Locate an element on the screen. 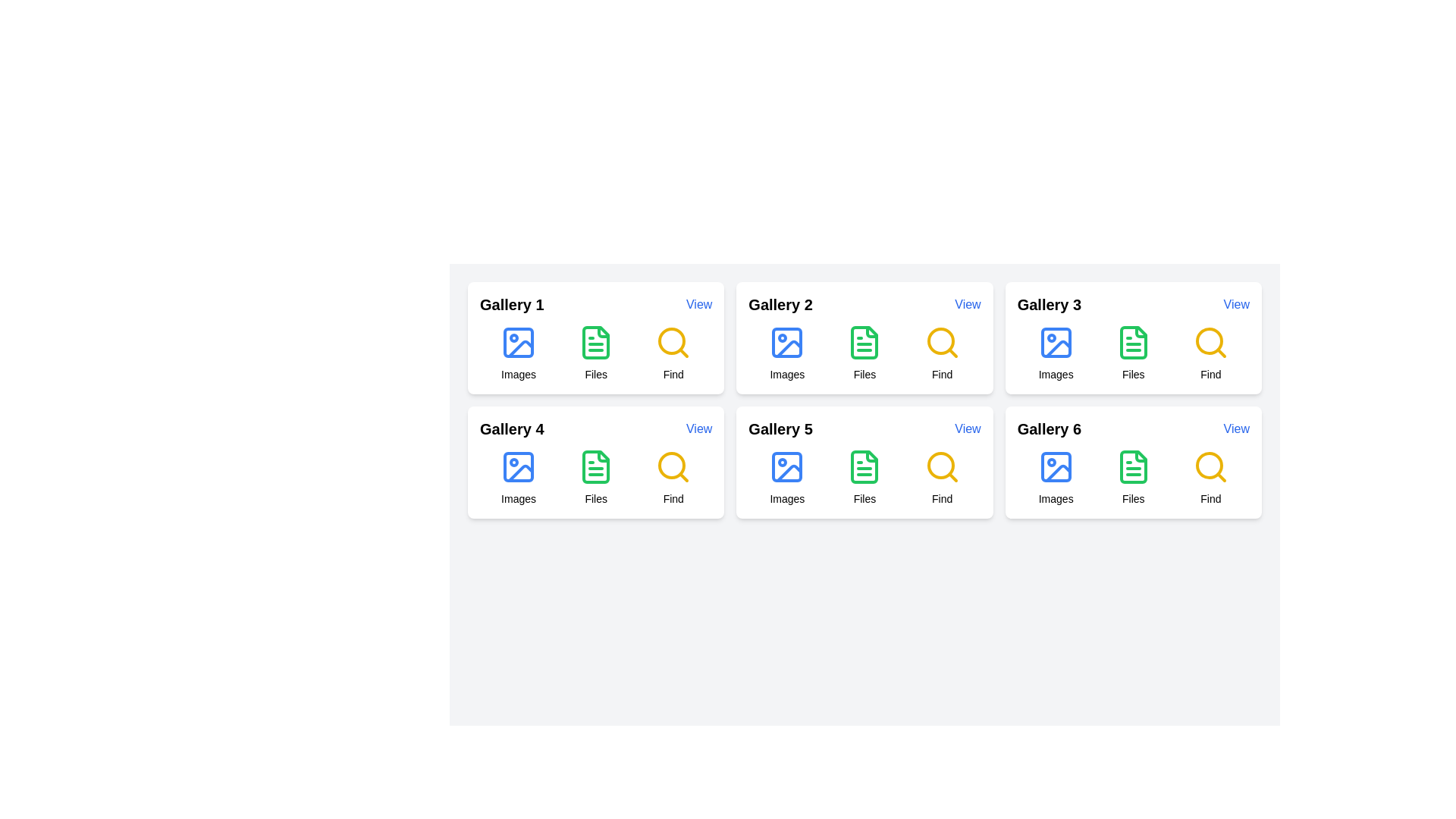  the text label displaying 'Images' located in the bottom-left corner of the fourth gallery card titled 'Gallery 4' in the second row of the grid layout is located at coordinates (519, 499).